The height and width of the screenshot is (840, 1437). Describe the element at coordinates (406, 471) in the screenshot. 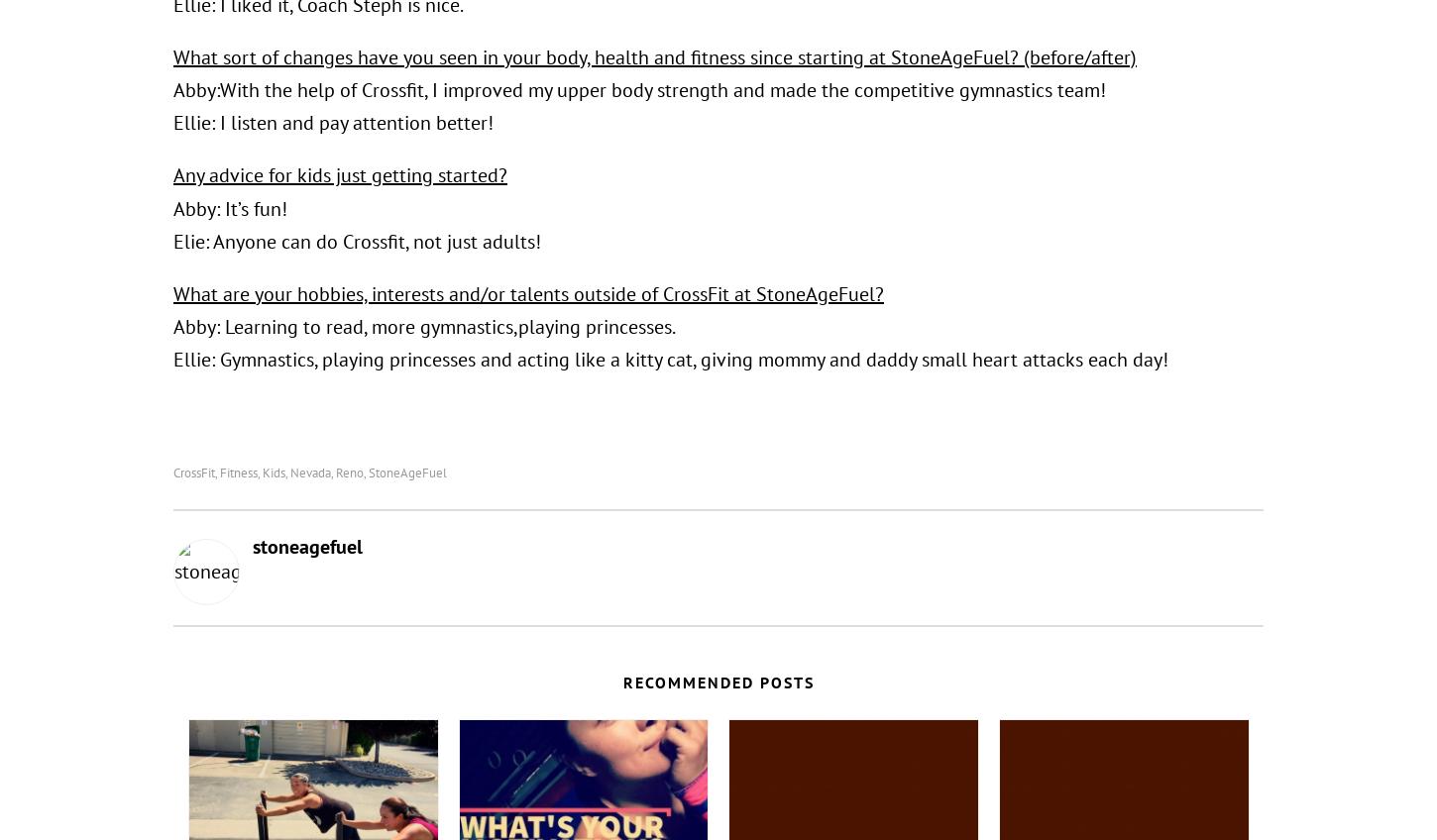

I see `'StoneAgeFuel'` at that location.